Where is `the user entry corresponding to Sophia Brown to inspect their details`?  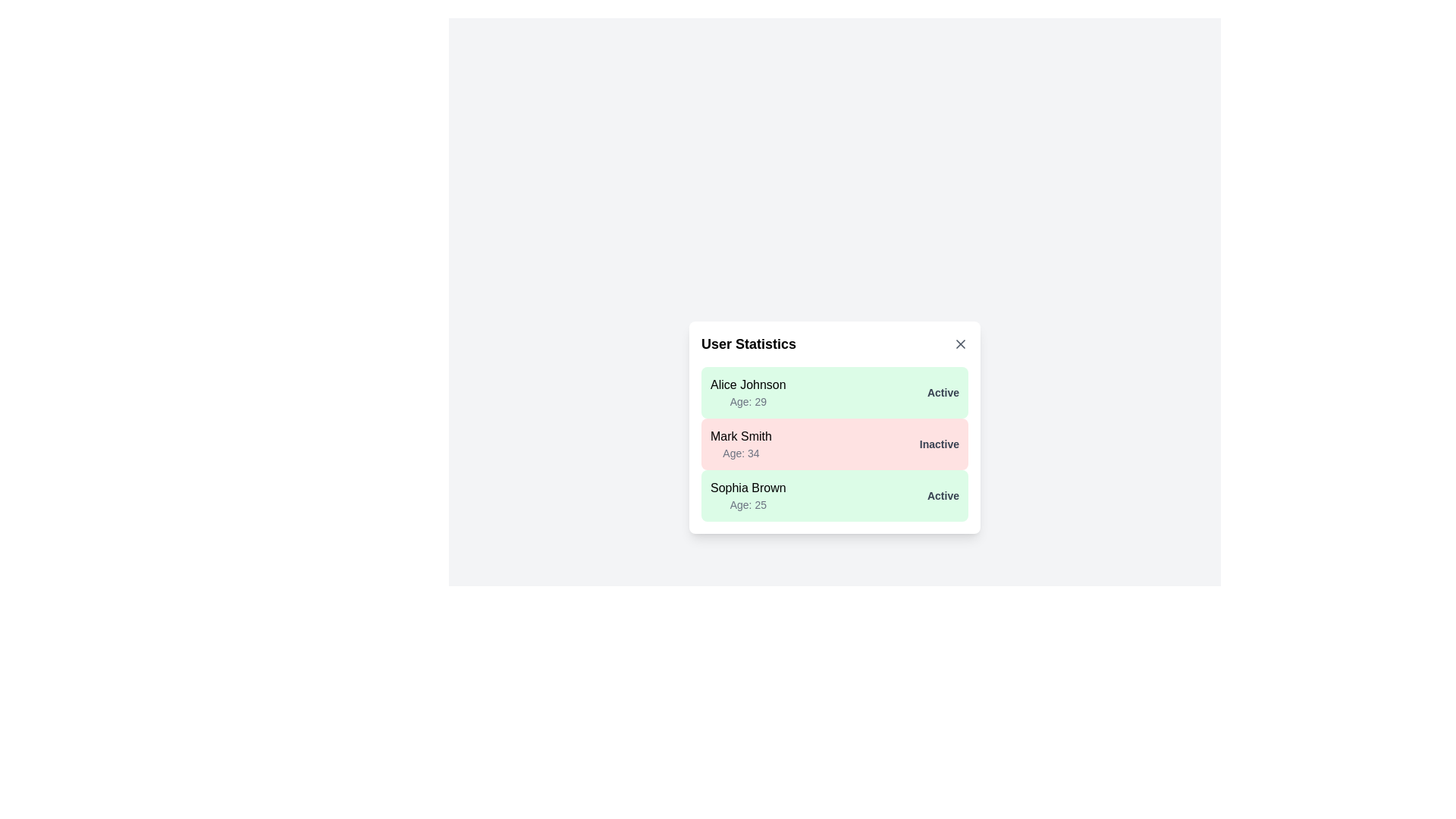
the user entry corresponding to Sophia Brown to inspect their details is located at coordinates (833, 496).